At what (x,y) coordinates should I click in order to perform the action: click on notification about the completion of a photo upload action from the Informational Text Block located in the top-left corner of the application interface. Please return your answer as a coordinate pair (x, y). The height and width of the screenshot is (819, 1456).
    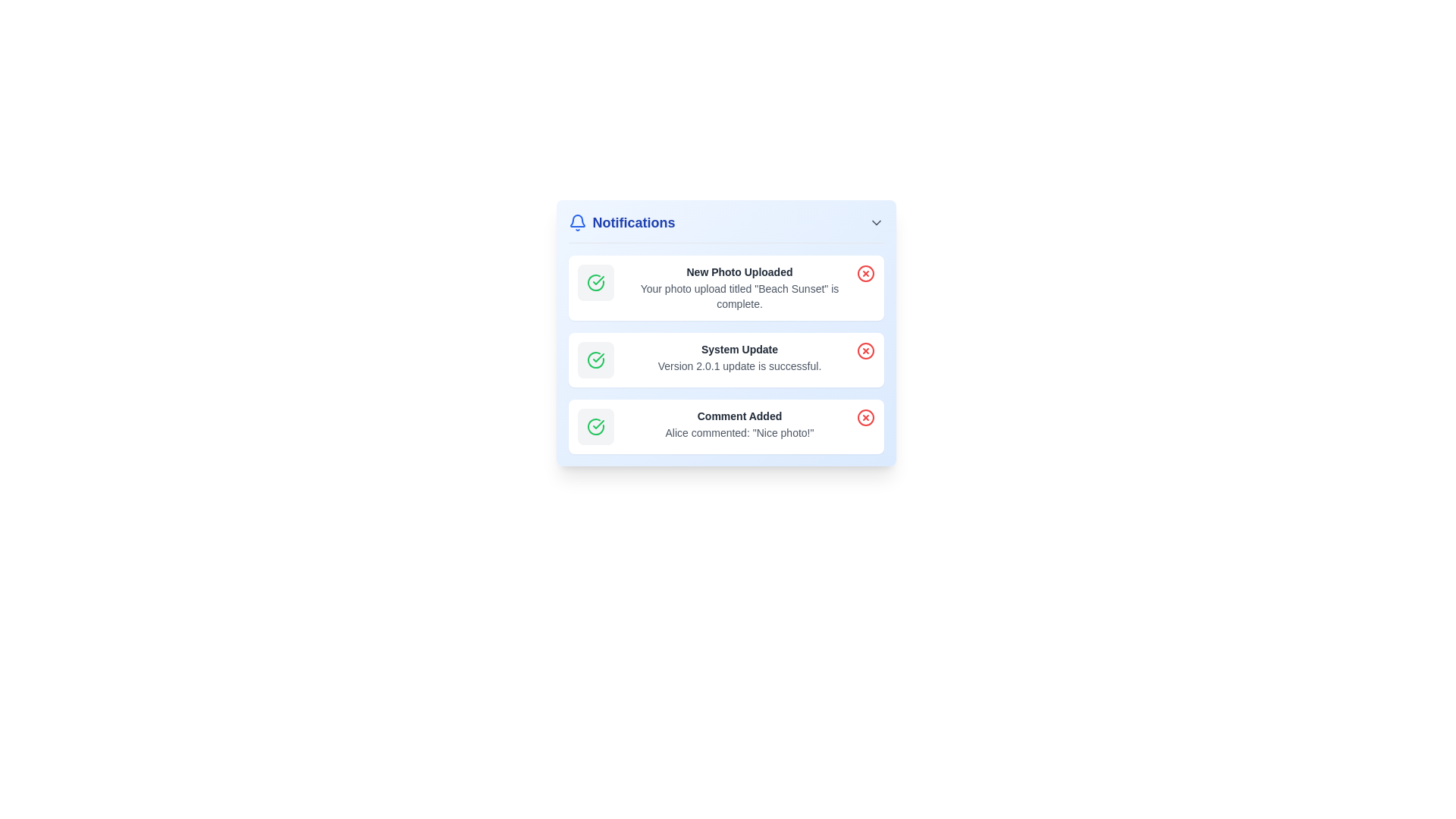
    Looking at the image, I should click on (739, 288).